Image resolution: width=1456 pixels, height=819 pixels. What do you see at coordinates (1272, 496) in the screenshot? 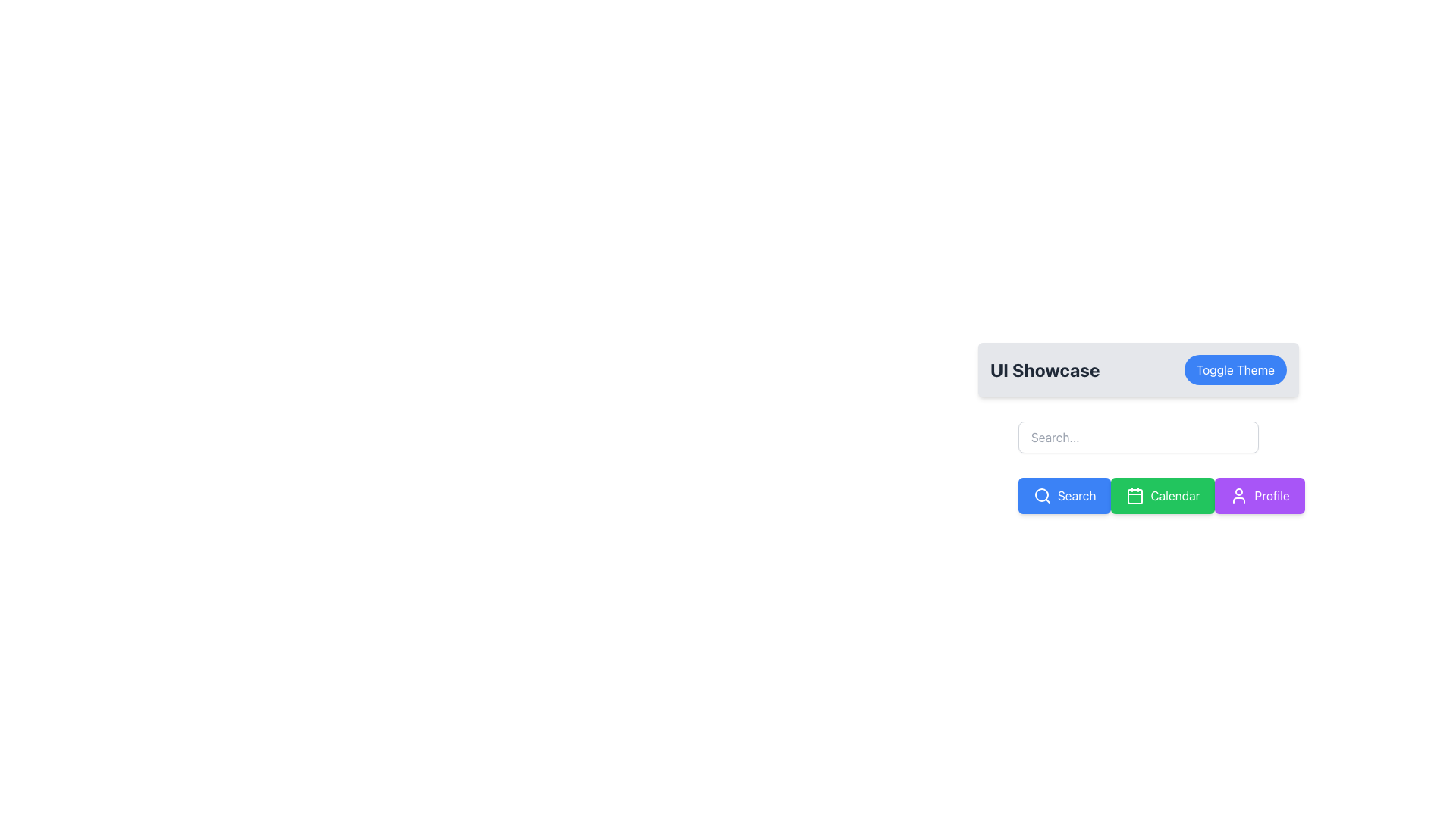
I see `the 'Profile' text label displayed in a bold white font against a purple background, located in the bottom right corner of the interface` at bounding box center [1272, 496].